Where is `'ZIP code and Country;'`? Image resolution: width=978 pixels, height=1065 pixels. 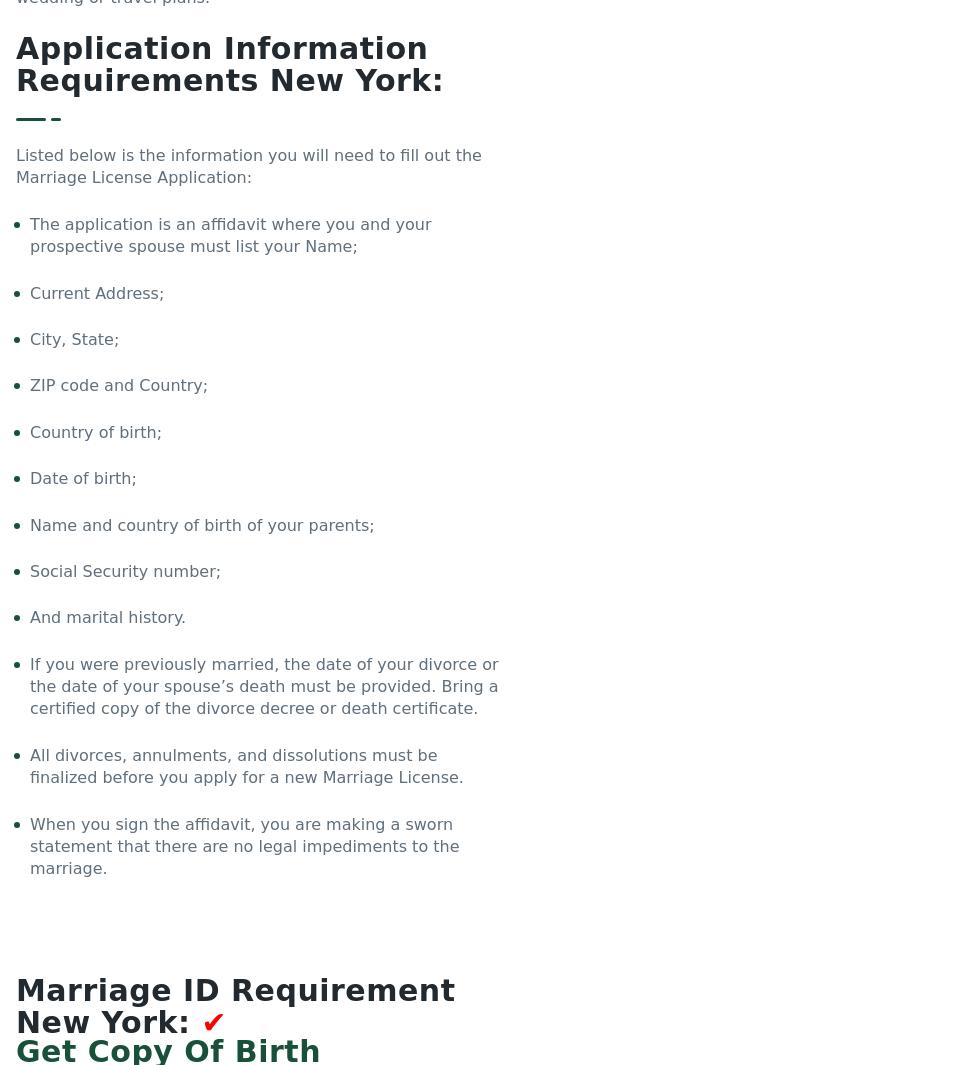
'ZIP code and Country;' is located at coordinates (119, 384).